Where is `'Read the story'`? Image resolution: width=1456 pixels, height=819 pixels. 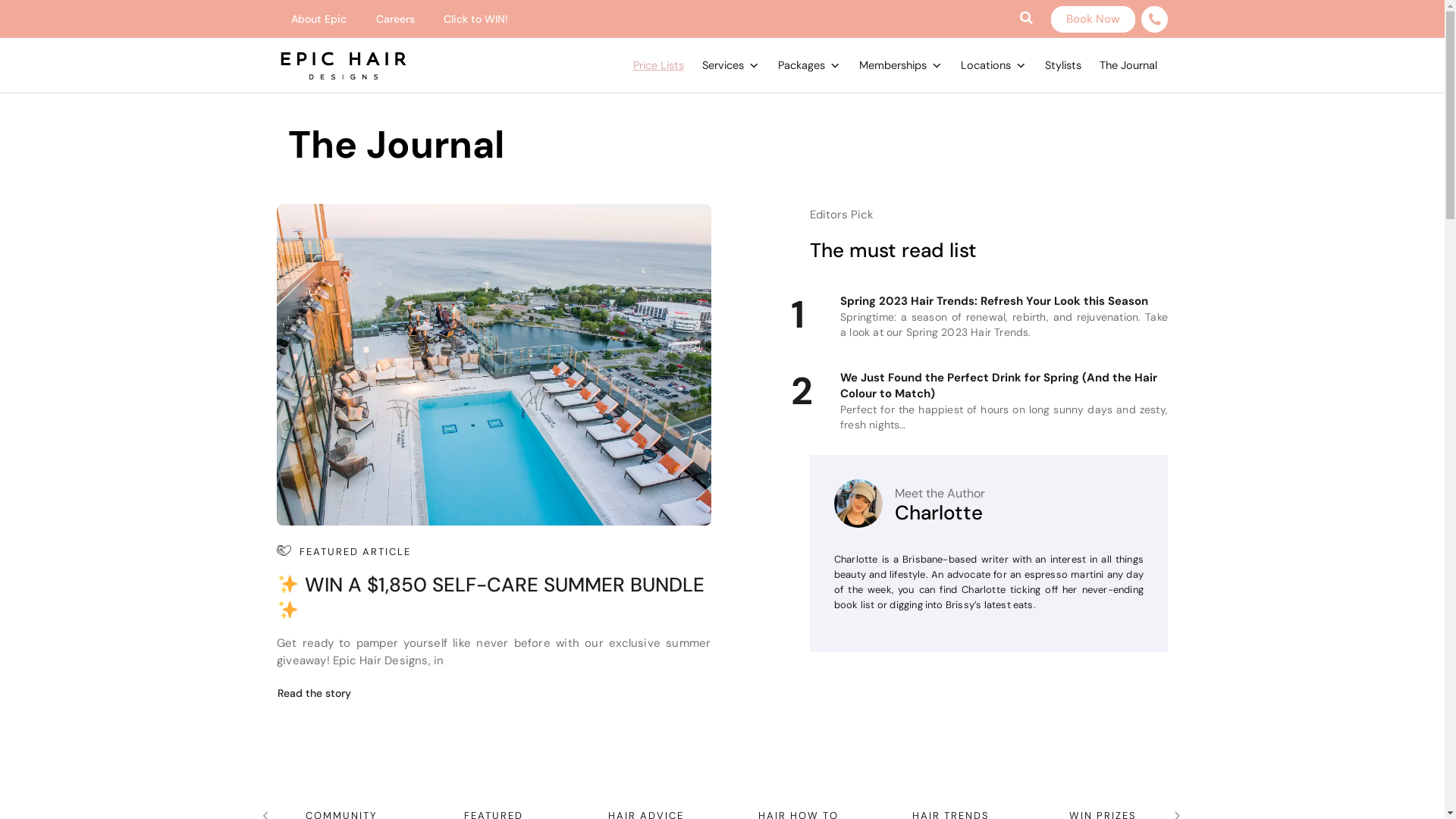
'Read the story' is located at coordinates (313, 691).